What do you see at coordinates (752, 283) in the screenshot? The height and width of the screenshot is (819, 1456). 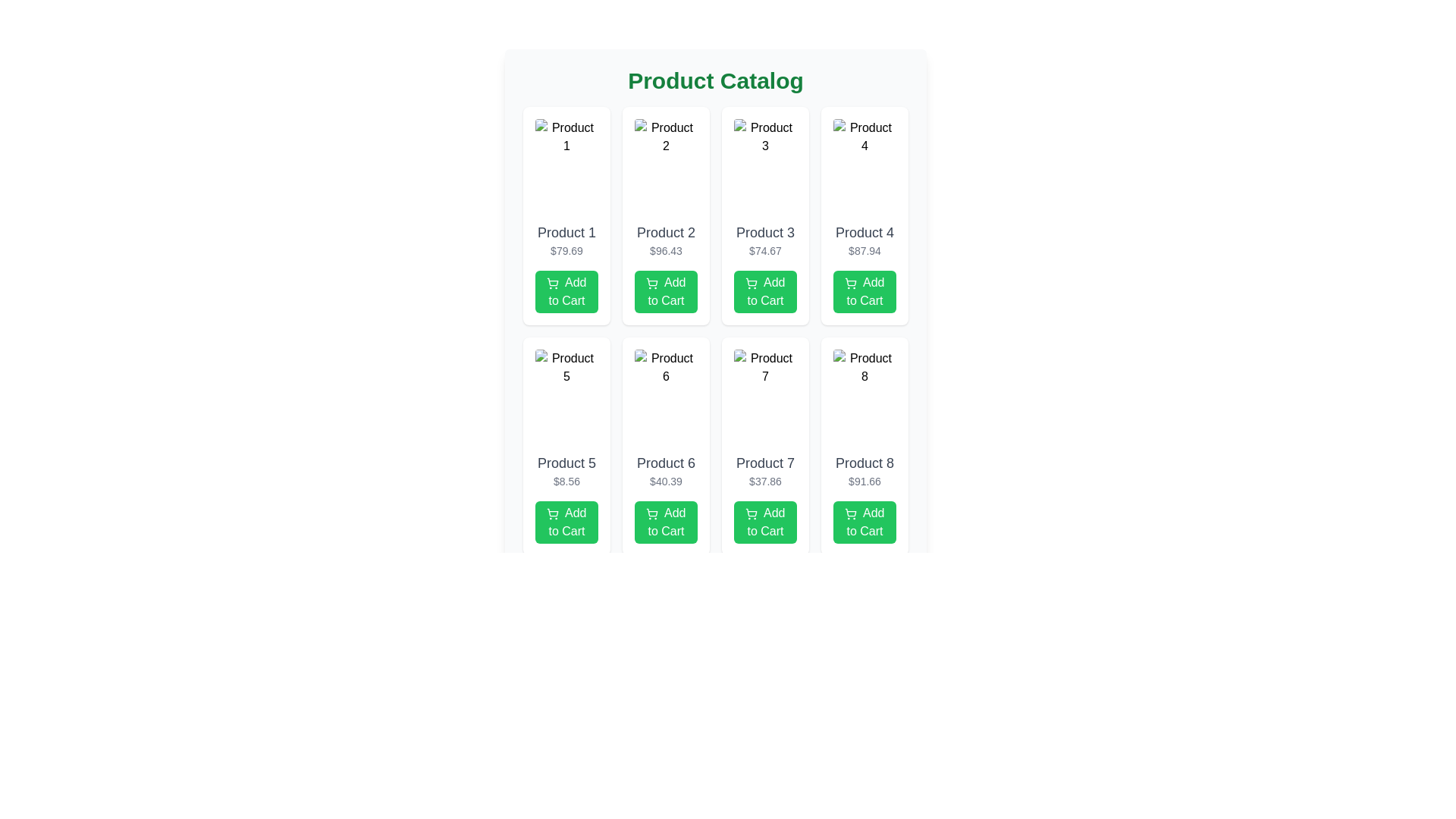 I see `the 'Add to Cart' icon located to the left of the button's text label for the third product in the Product Catalog for visual clarity` at bounding box center [752, 283].